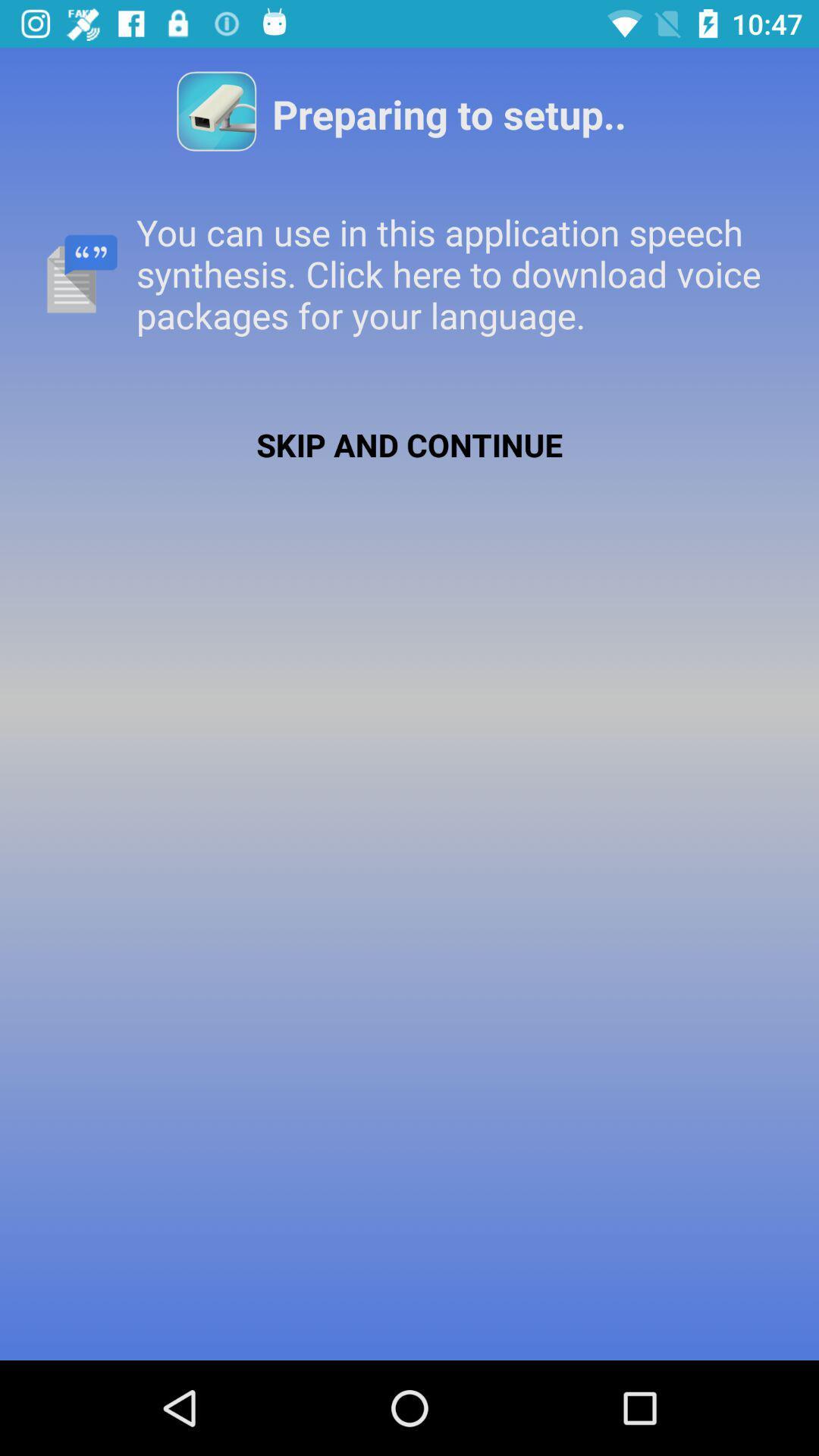 This screenshot has width=819, height=1456. I want to click on skip and continue, so click(409, 444).